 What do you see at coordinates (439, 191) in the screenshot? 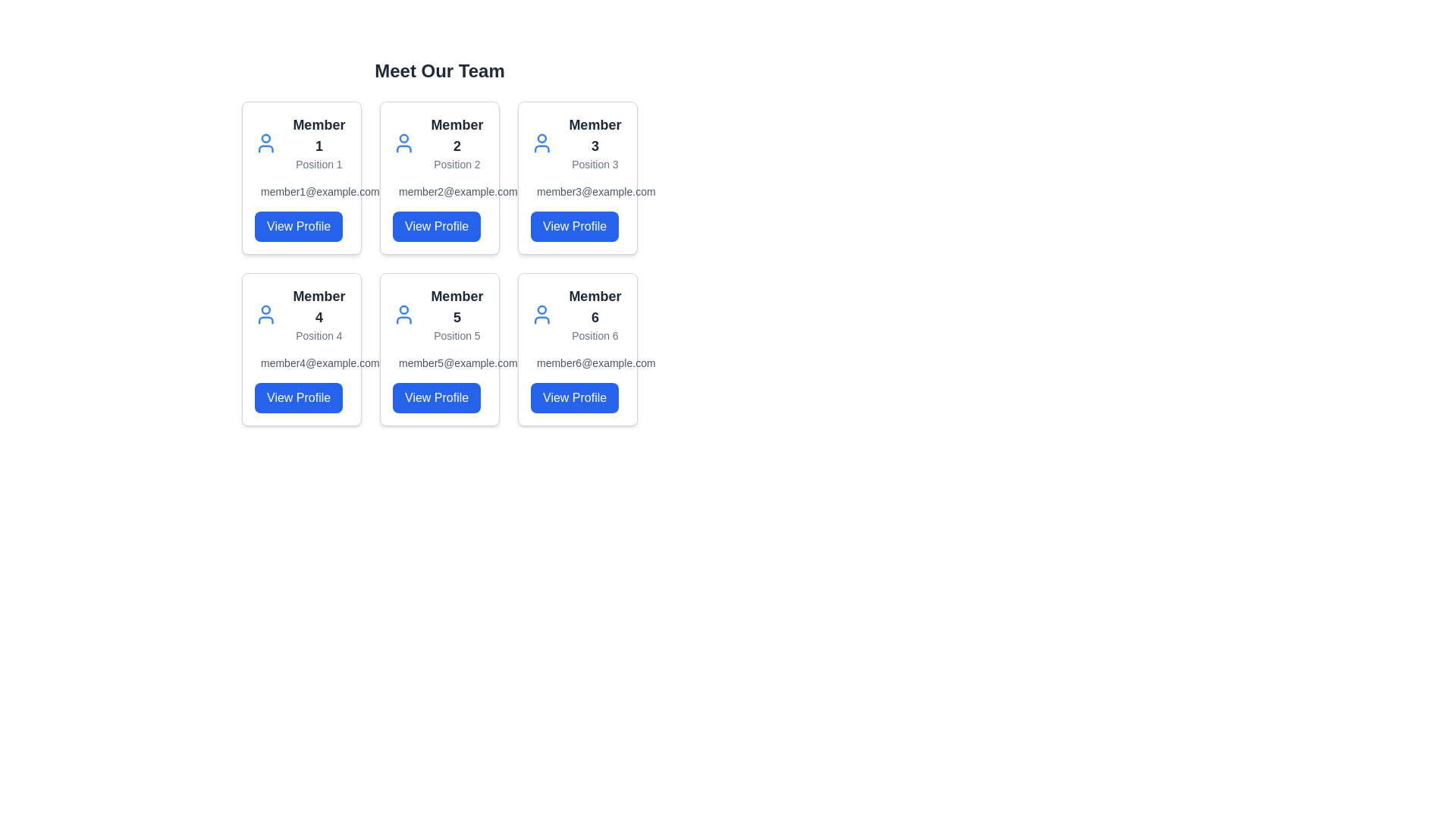
I see `the text display element showing the email address 'member2@example.com', which is styled in gray and positioned alongside a mail icon, located in the second box from the left in the second row of the grid` at bounding box center [439, 191].